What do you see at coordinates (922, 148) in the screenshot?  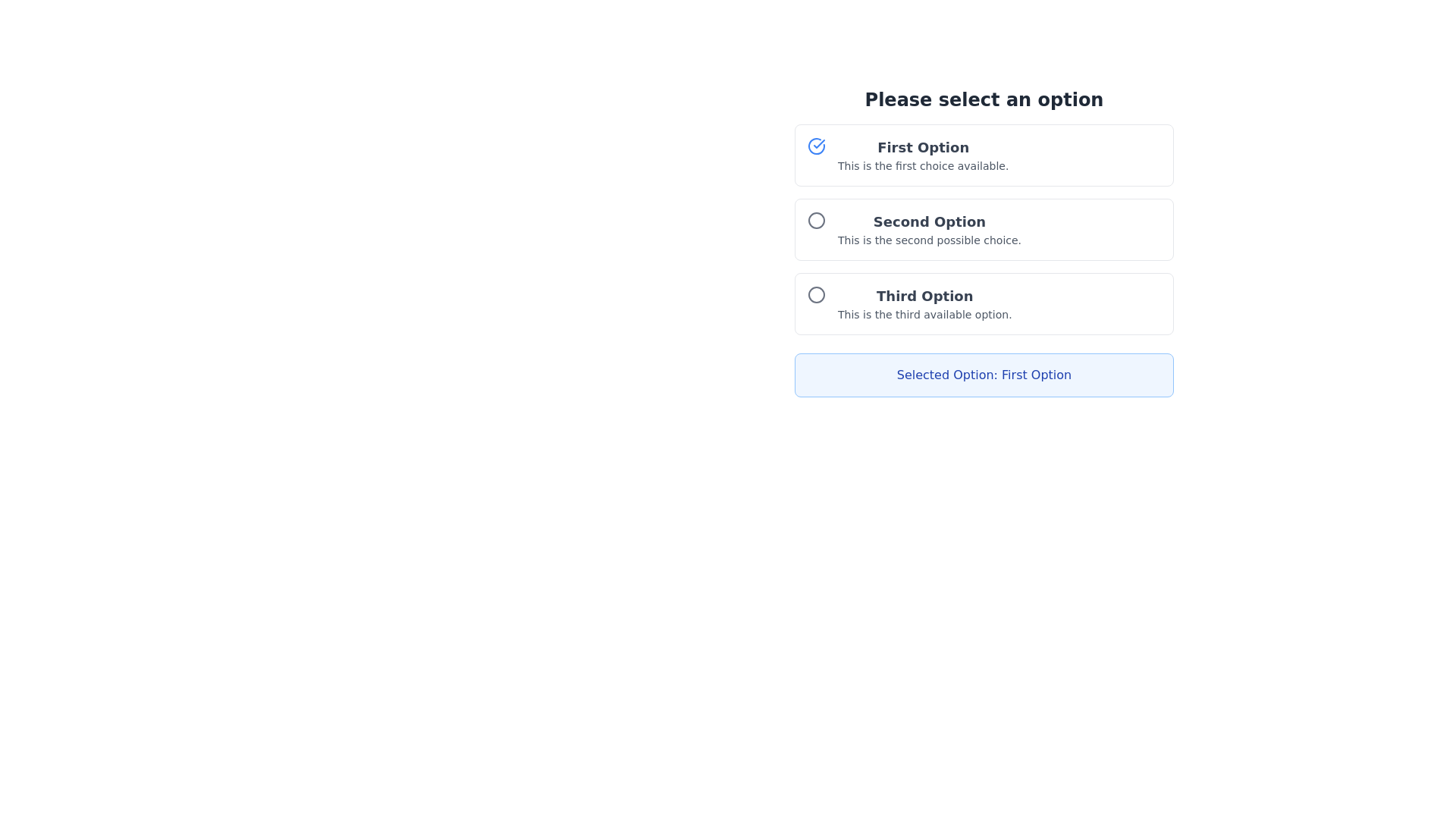 I see `the bold text element displaying 'First Option' located at the top of the selectable list of options` at bounding box center [922, 148].